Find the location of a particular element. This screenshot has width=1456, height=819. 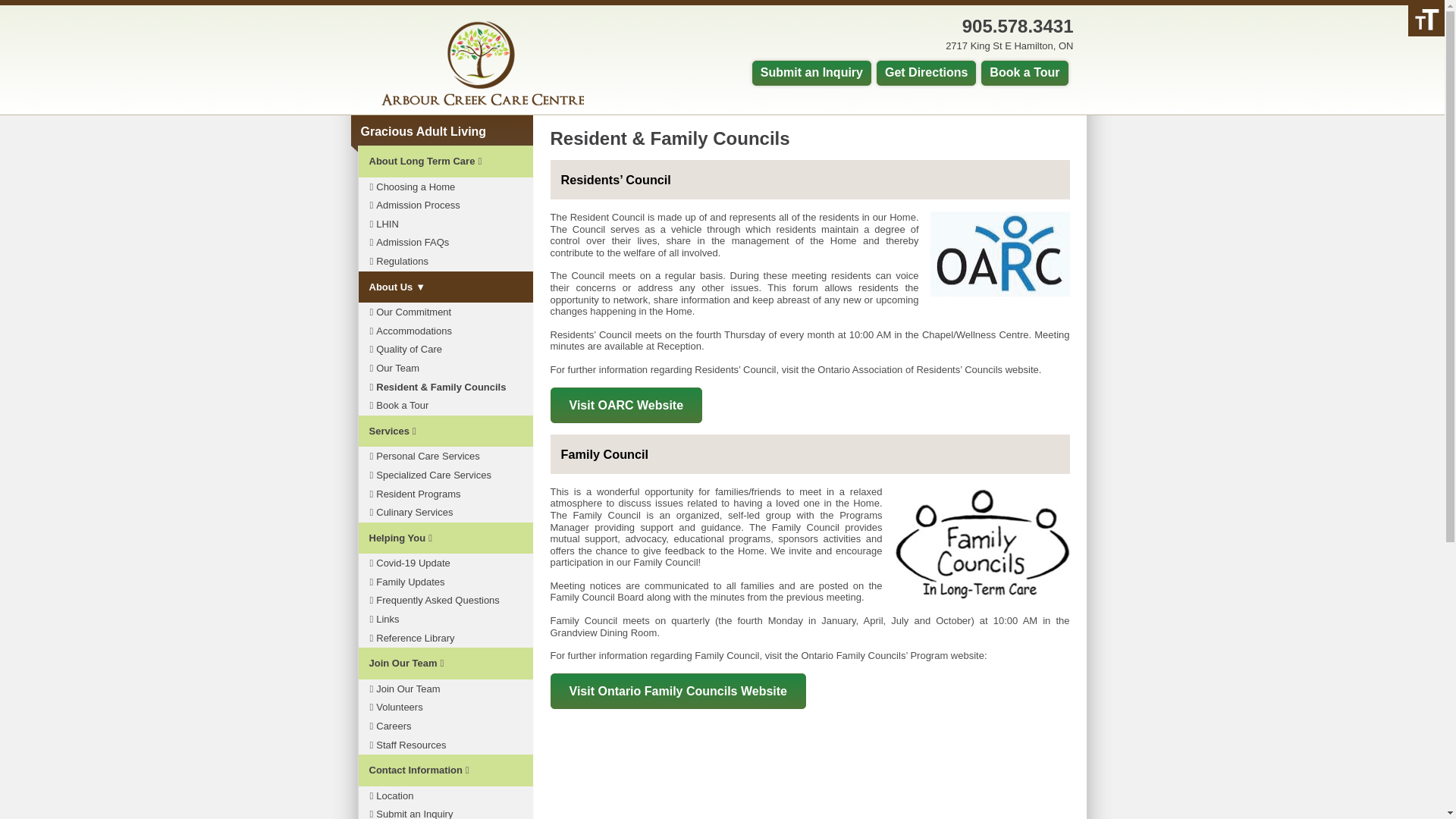

'Accessibility Helper sidebar' is located at coordinates (1426, 17).